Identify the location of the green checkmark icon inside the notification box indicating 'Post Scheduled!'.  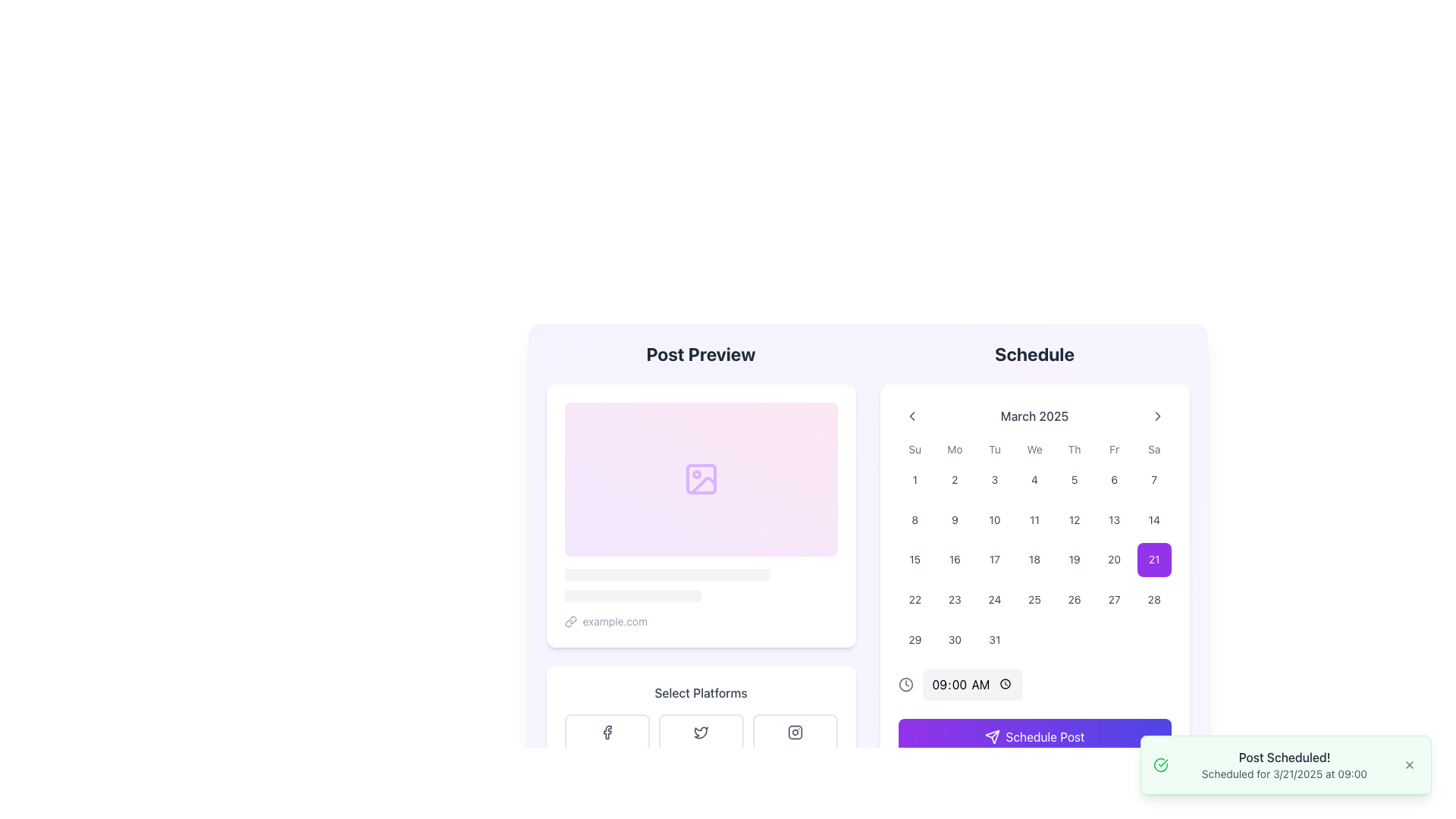
(1160, 765).